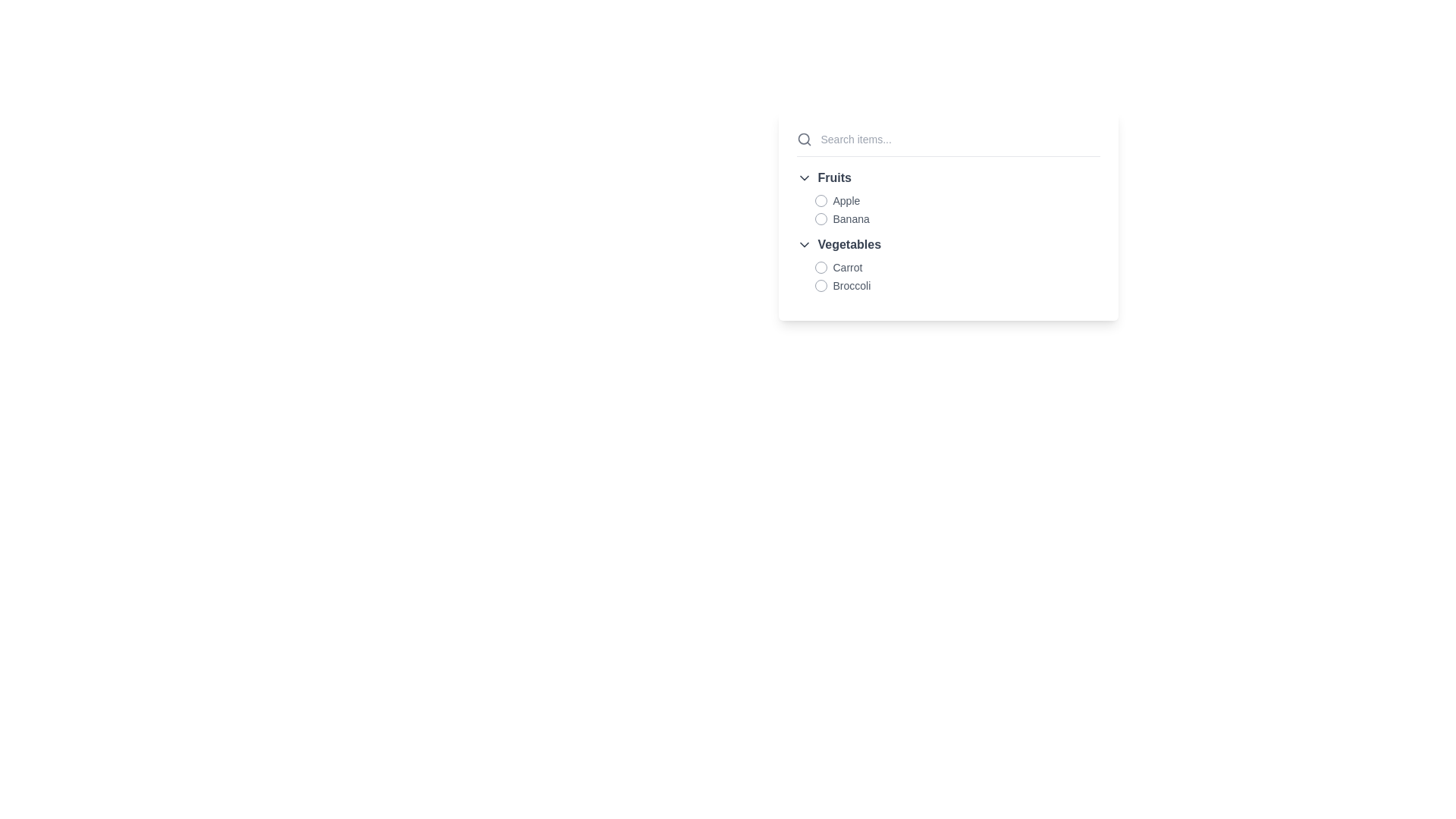  What do you see at coordinates (849, 244) in the screenshot?
I see `the Text label that serves as a category heading for the related items in the menu, positioned to the right of a dropdown icon and above 'Carrot' and 'Broccoli'` at bounding box center [849, 244].